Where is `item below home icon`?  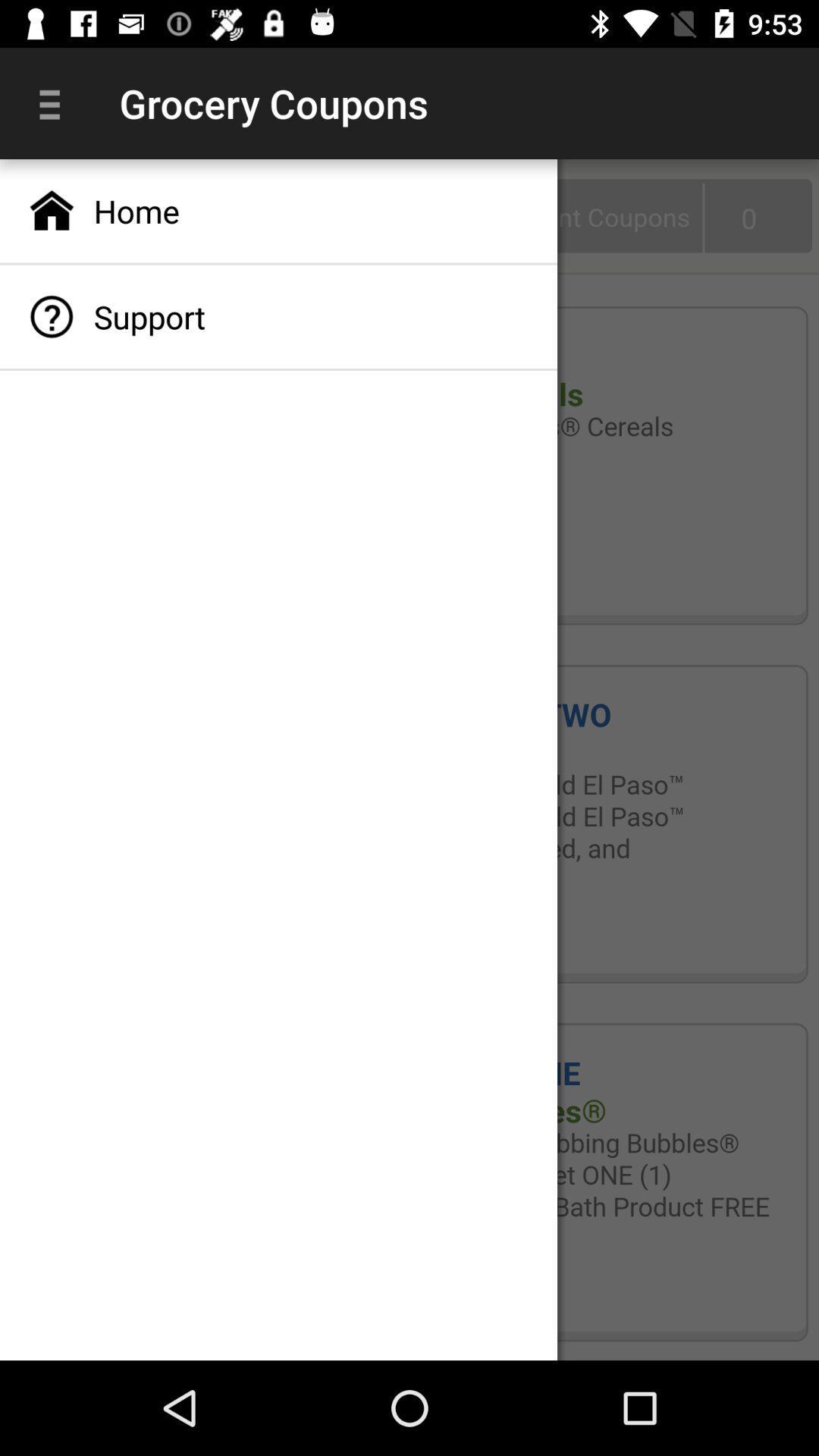 item below home icon is located at coordinates (278, 315).